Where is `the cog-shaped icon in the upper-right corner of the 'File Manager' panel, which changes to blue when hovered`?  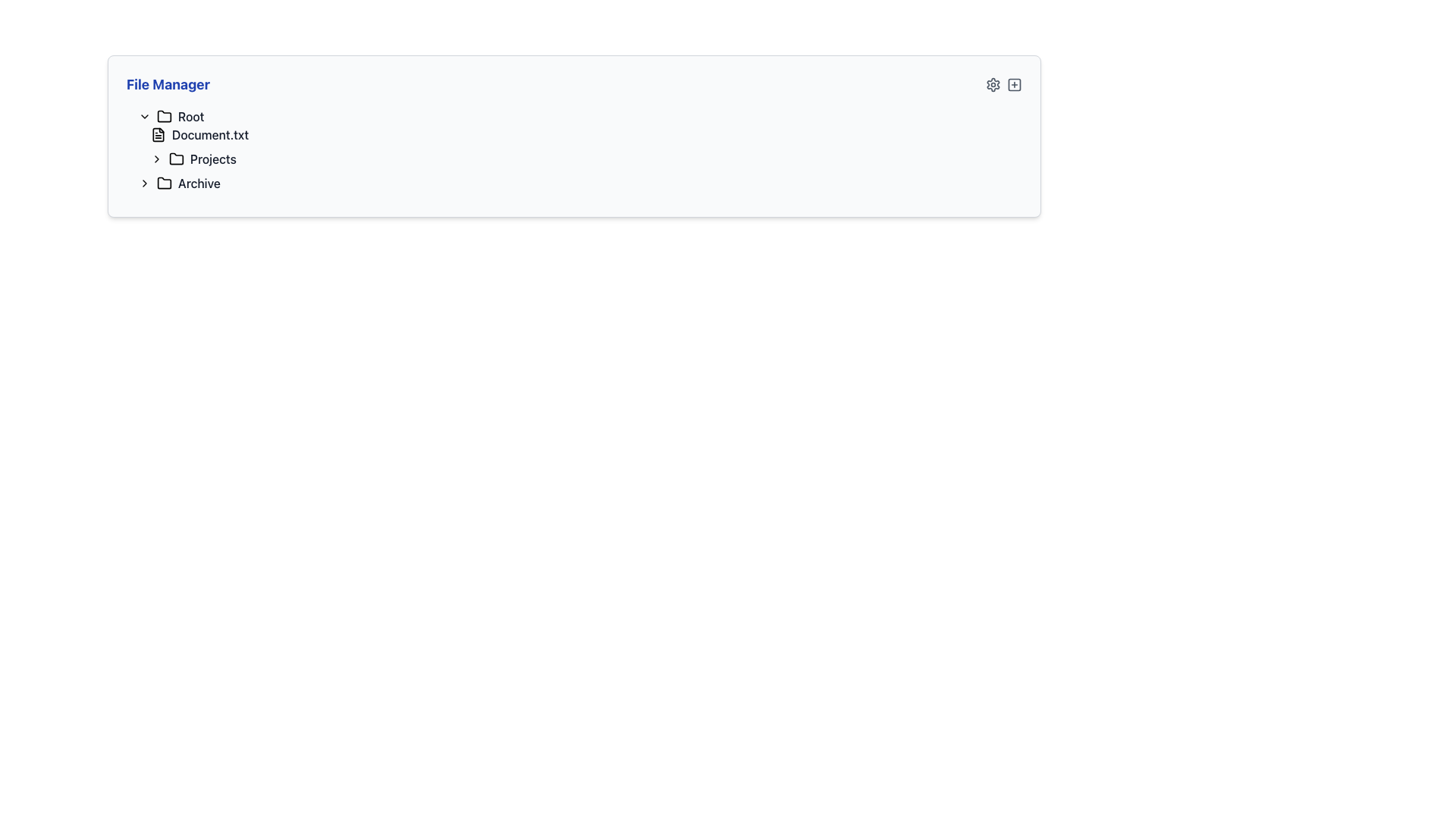
the cog-shaped icon in the upper-right corner of the 'File Manager' panel, which changes to blue when hovered is located at coordinates (993, 84).